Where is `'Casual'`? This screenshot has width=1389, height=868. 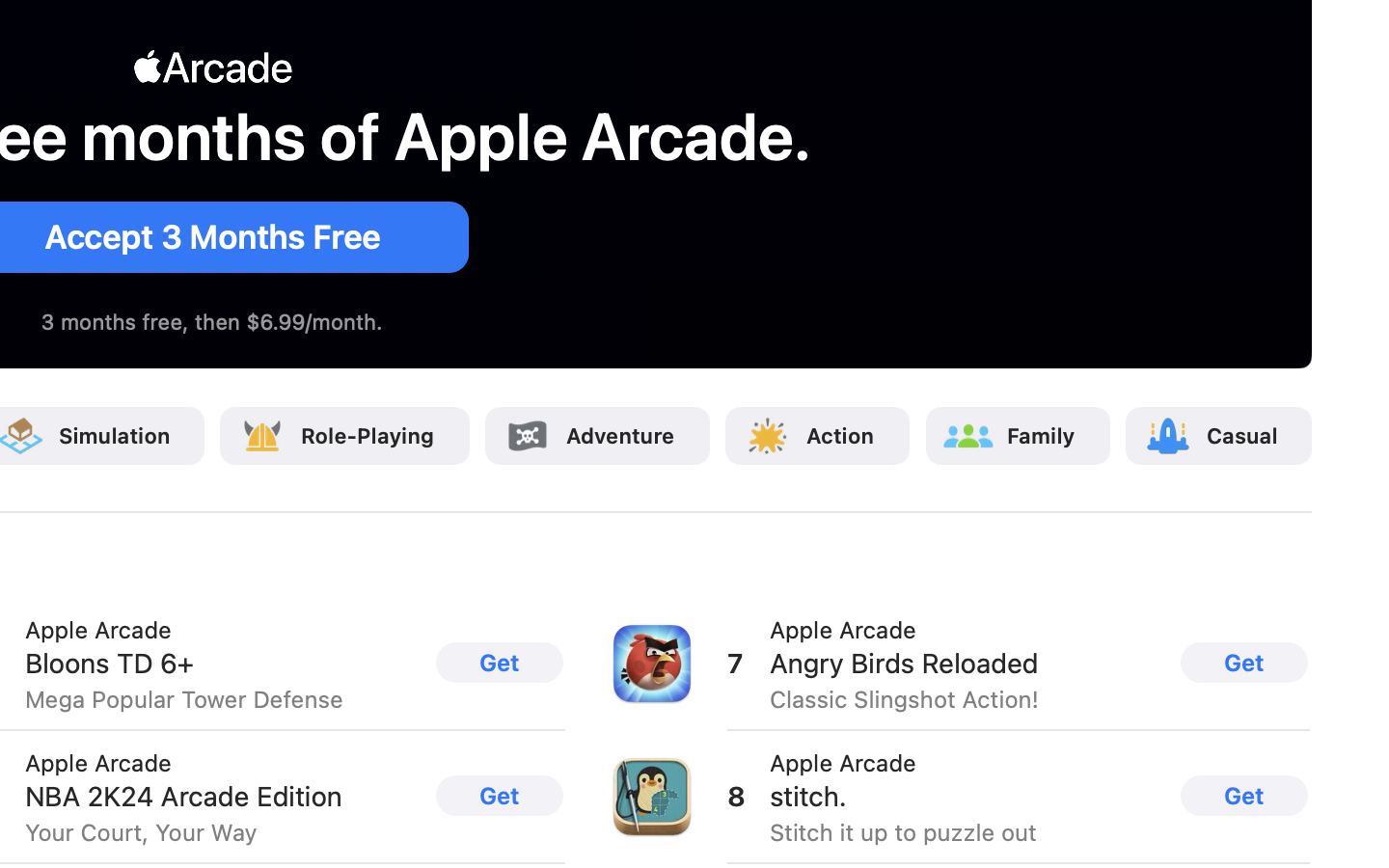 'Casual' is located at coordinates (1241, 434).